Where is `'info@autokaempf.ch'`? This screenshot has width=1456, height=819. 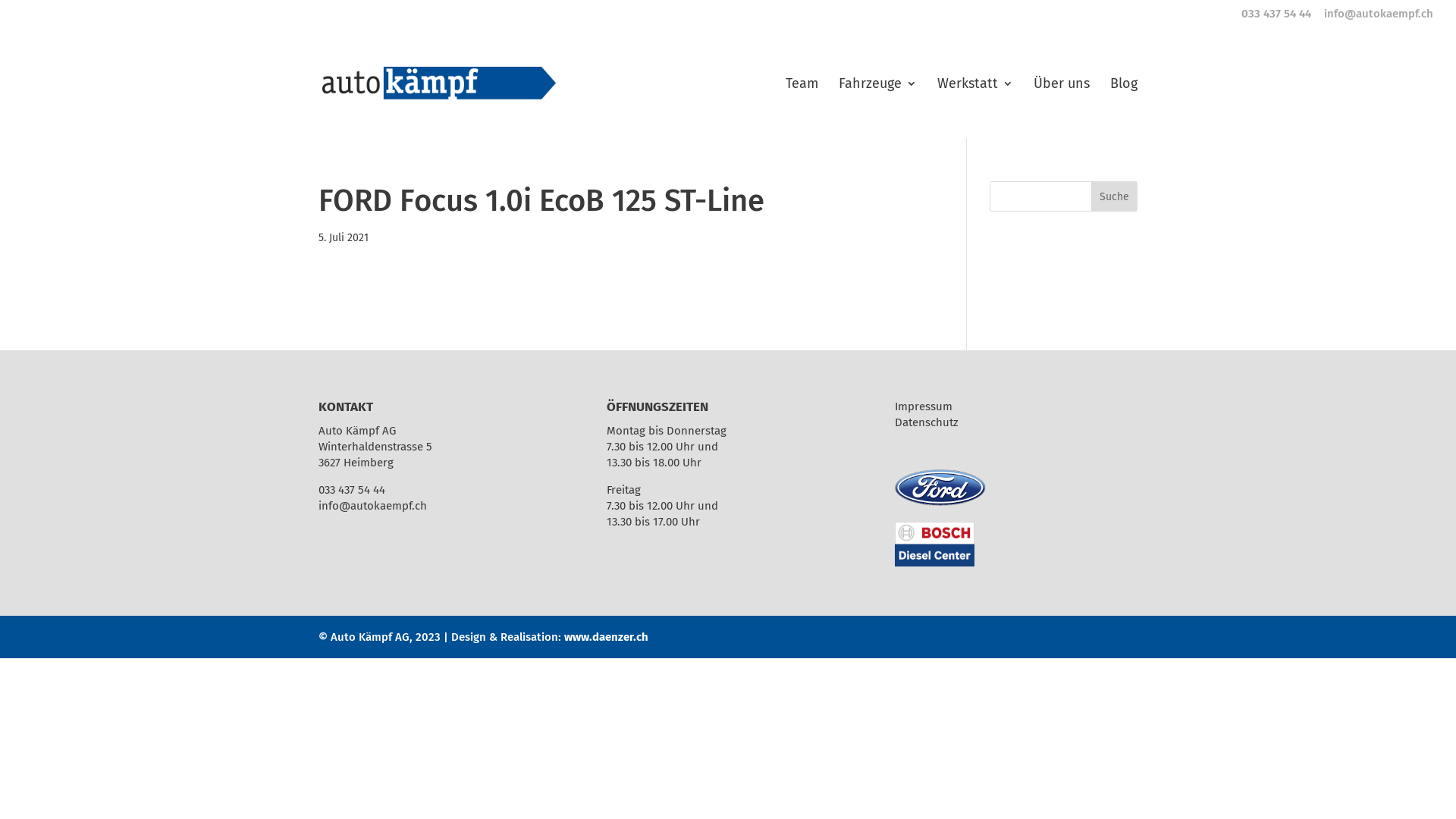
'info@autokaempf.ch' is located at coordinates (1379, 14).